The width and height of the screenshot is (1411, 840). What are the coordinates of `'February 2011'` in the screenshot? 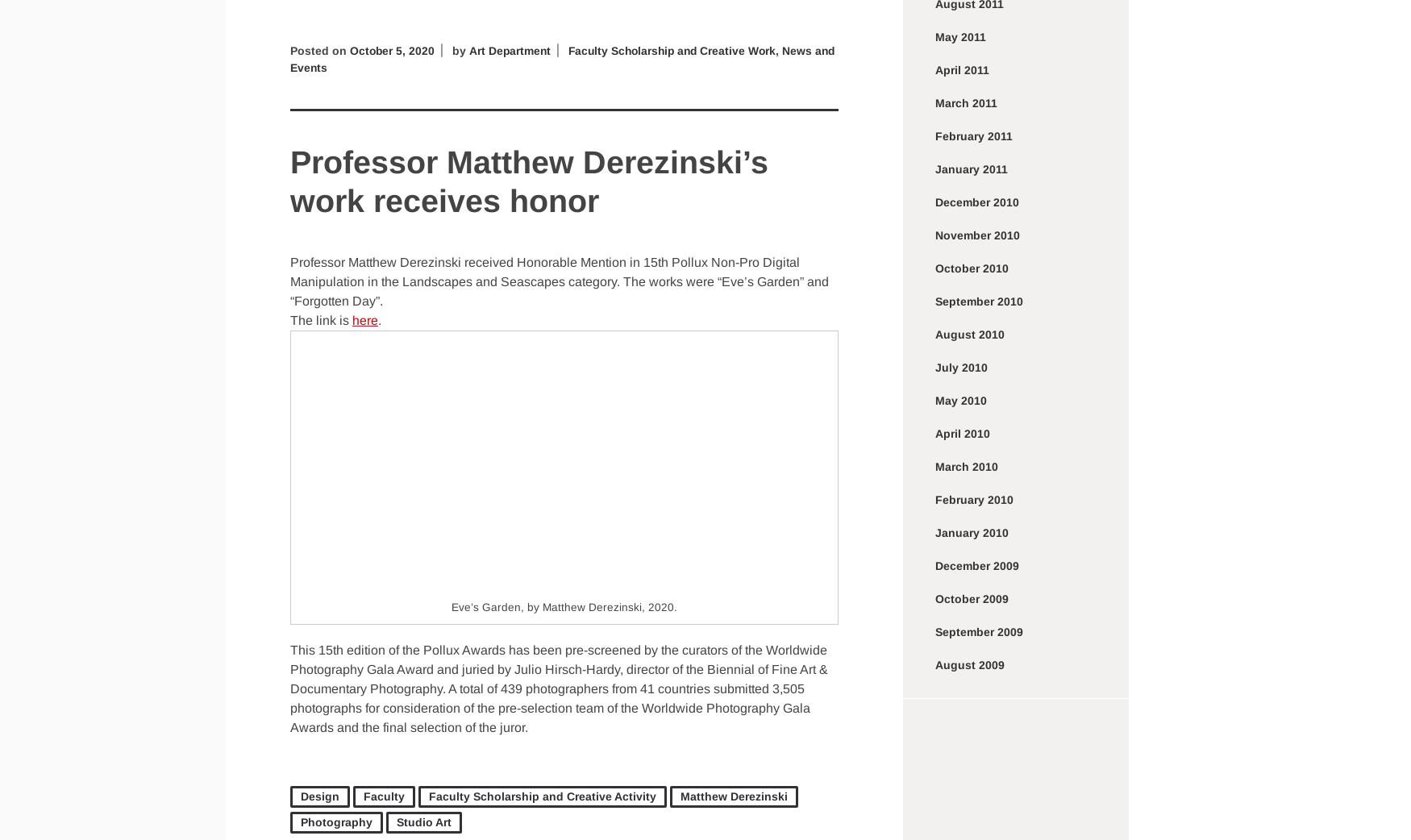 It's located at (934, 136).